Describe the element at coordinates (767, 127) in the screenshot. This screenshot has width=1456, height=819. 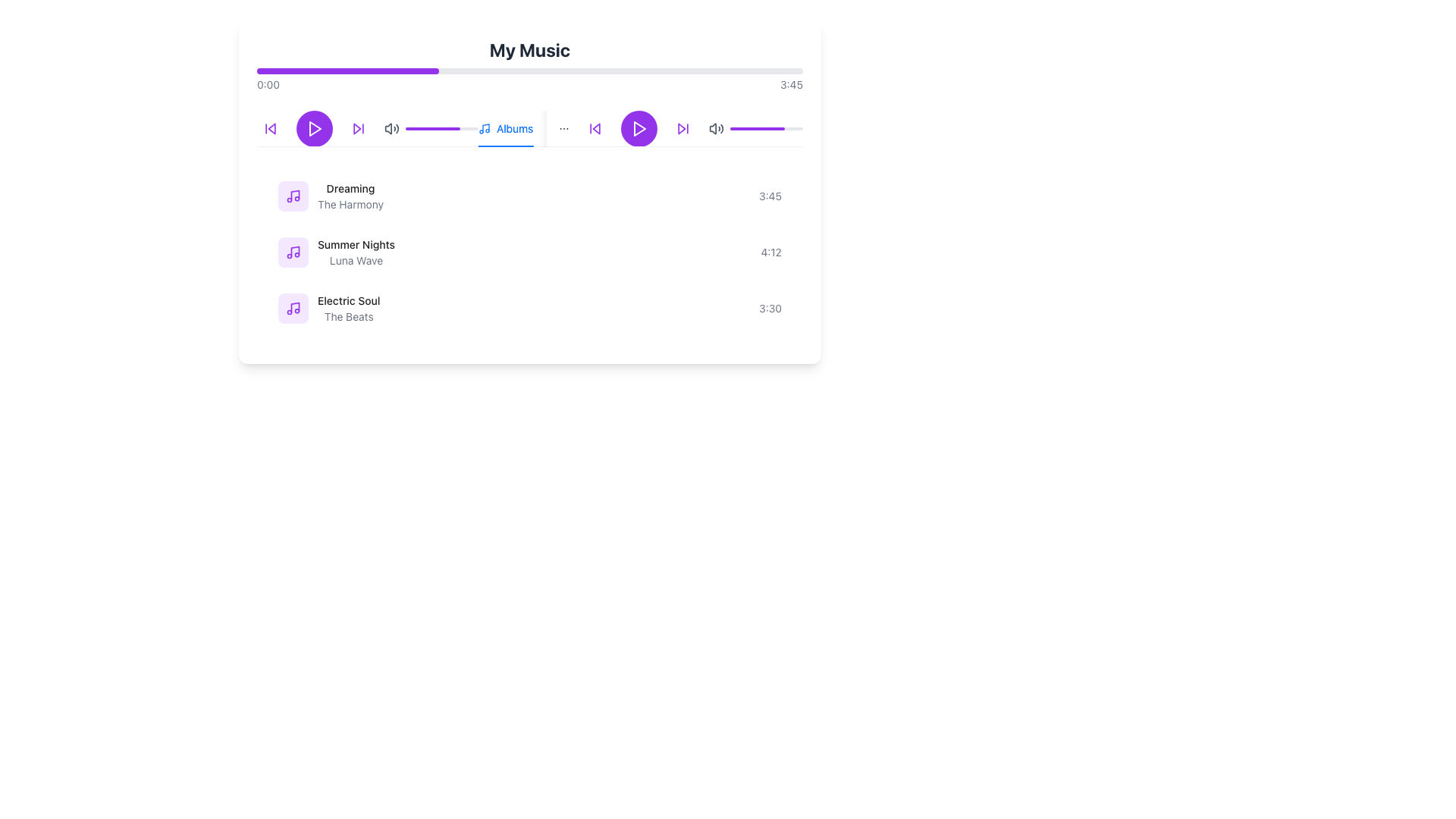
I see `volume` at that location.